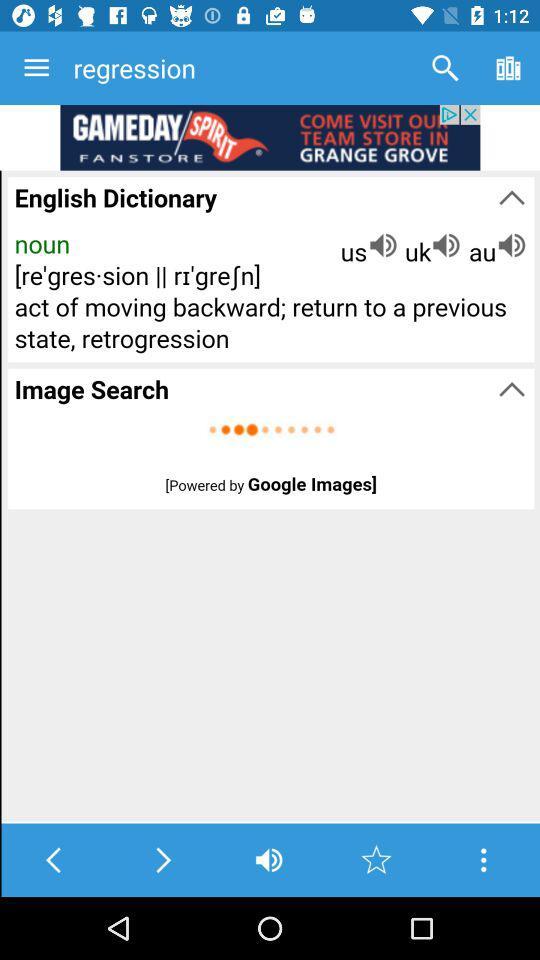 The width and height of the screenshot is (540, 960). I want to click on the star icon, so click(376, 859).